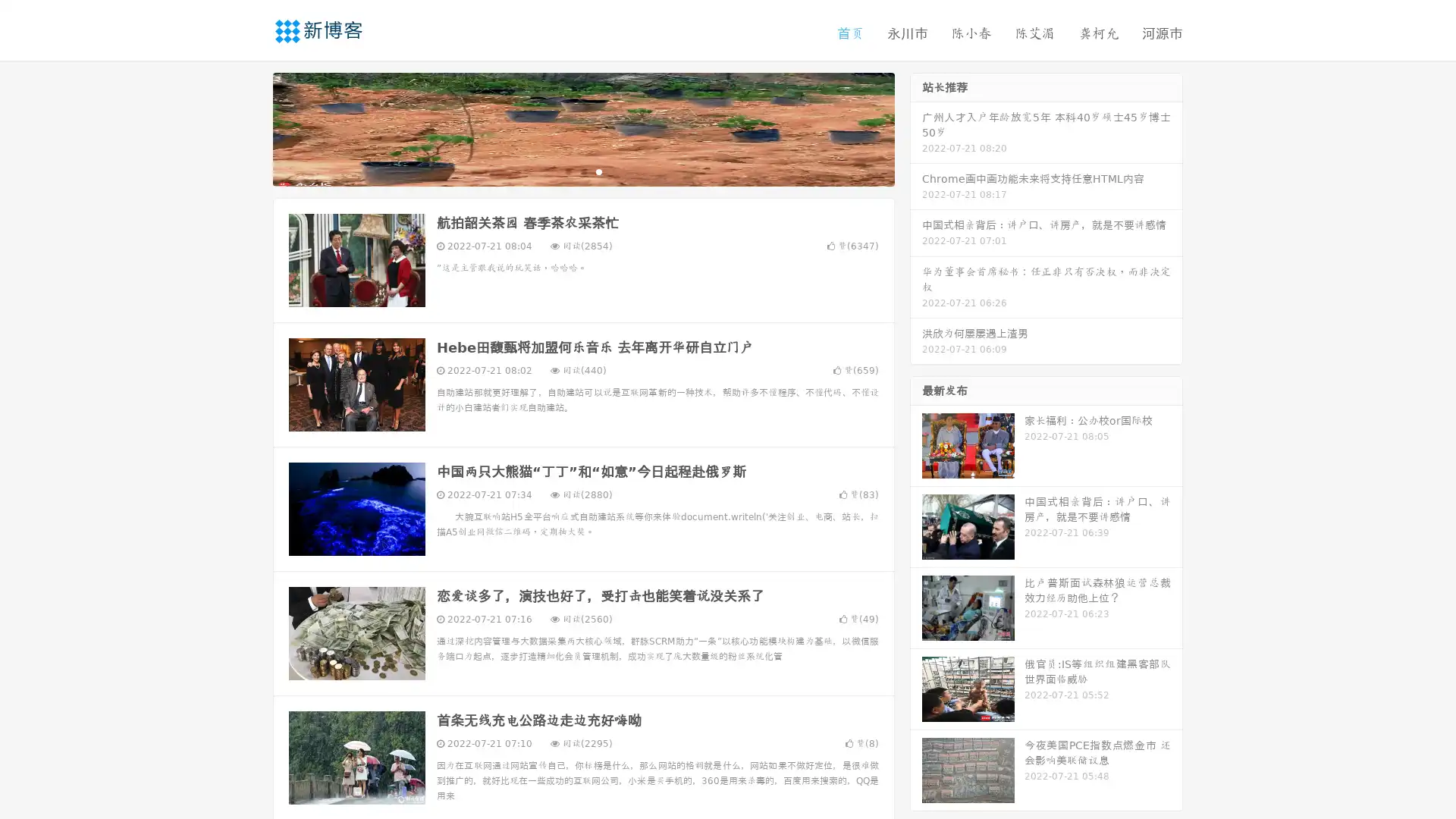  Describe the element at coordinates (567, 171) in the screenshot. I see `Go to slide 1` at that location.